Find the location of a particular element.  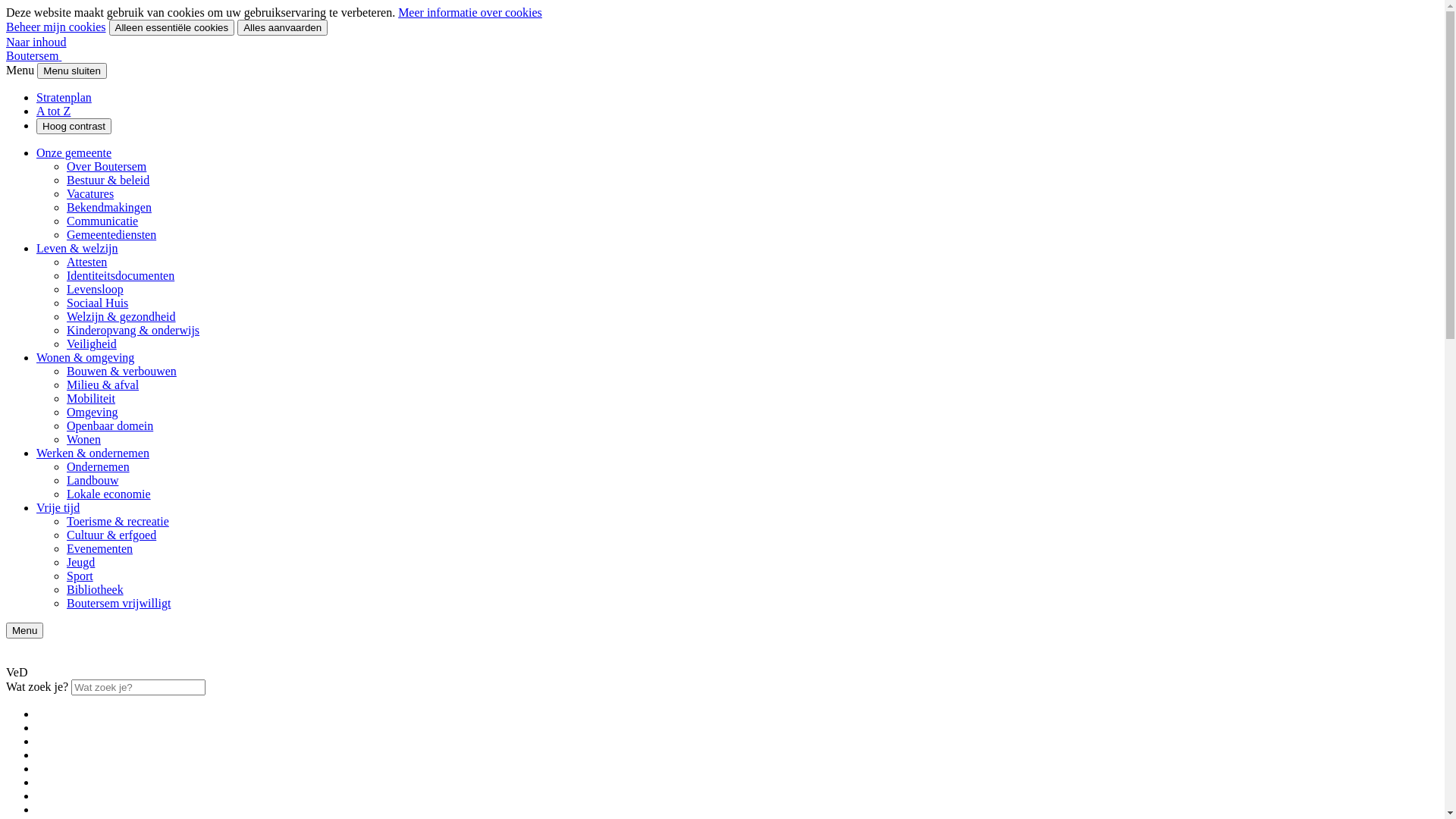

'Toerisme & recreatie' is located at coordinates (117, 520).